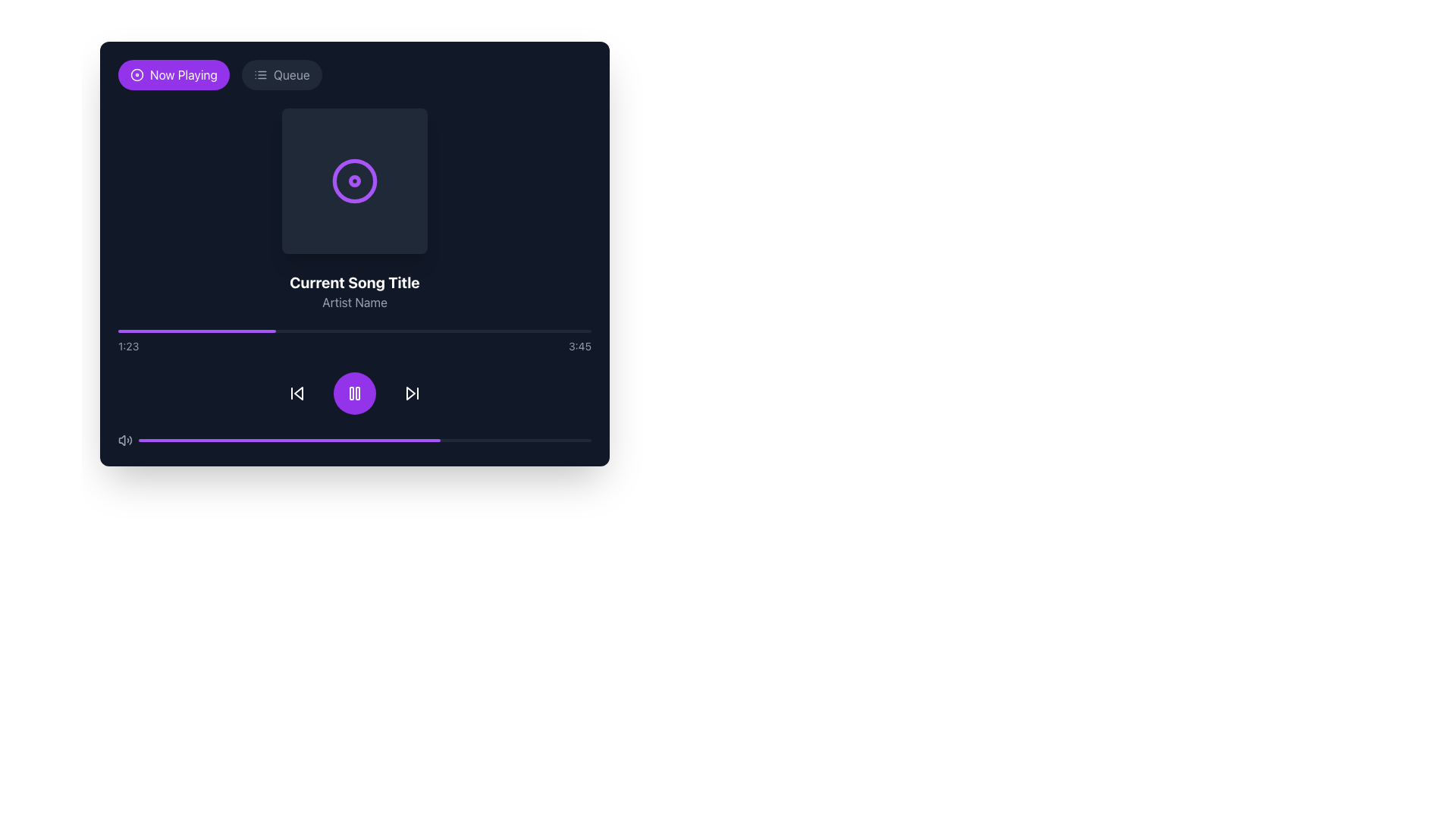  What do you see at coordinates (297, 393) in the screenshot?
I see `the backward skip button to skip to the previous track, located within the player controls section, to the left of the circular play button` at bounding box center [297, 393].